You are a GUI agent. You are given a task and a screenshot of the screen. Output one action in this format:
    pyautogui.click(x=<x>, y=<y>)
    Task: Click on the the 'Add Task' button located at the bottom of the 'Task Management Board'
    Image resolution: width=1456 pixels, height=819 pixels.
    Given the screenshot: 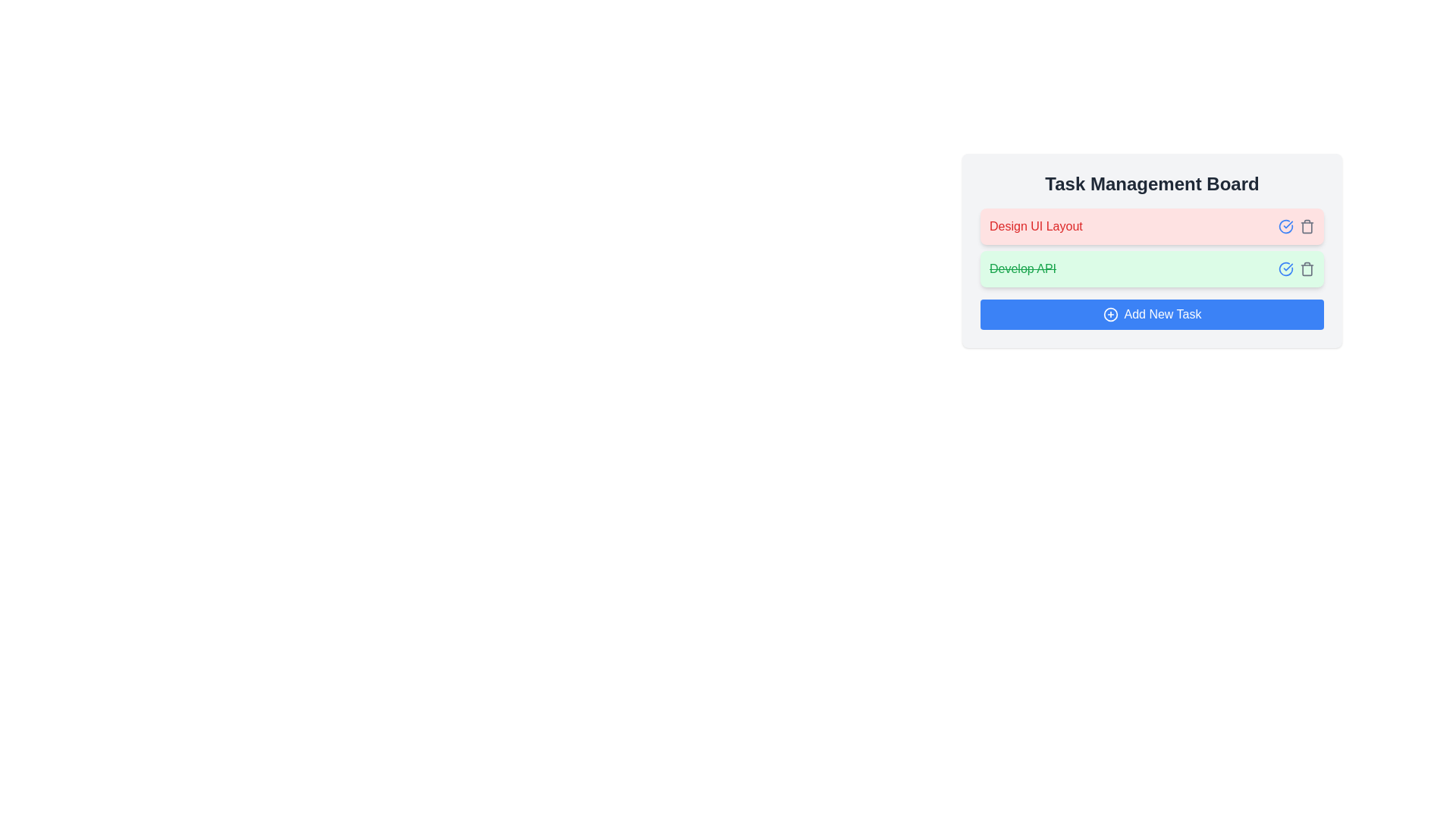 What is the action you would take?
    pyautogui.click(x=1152, y=314)
    